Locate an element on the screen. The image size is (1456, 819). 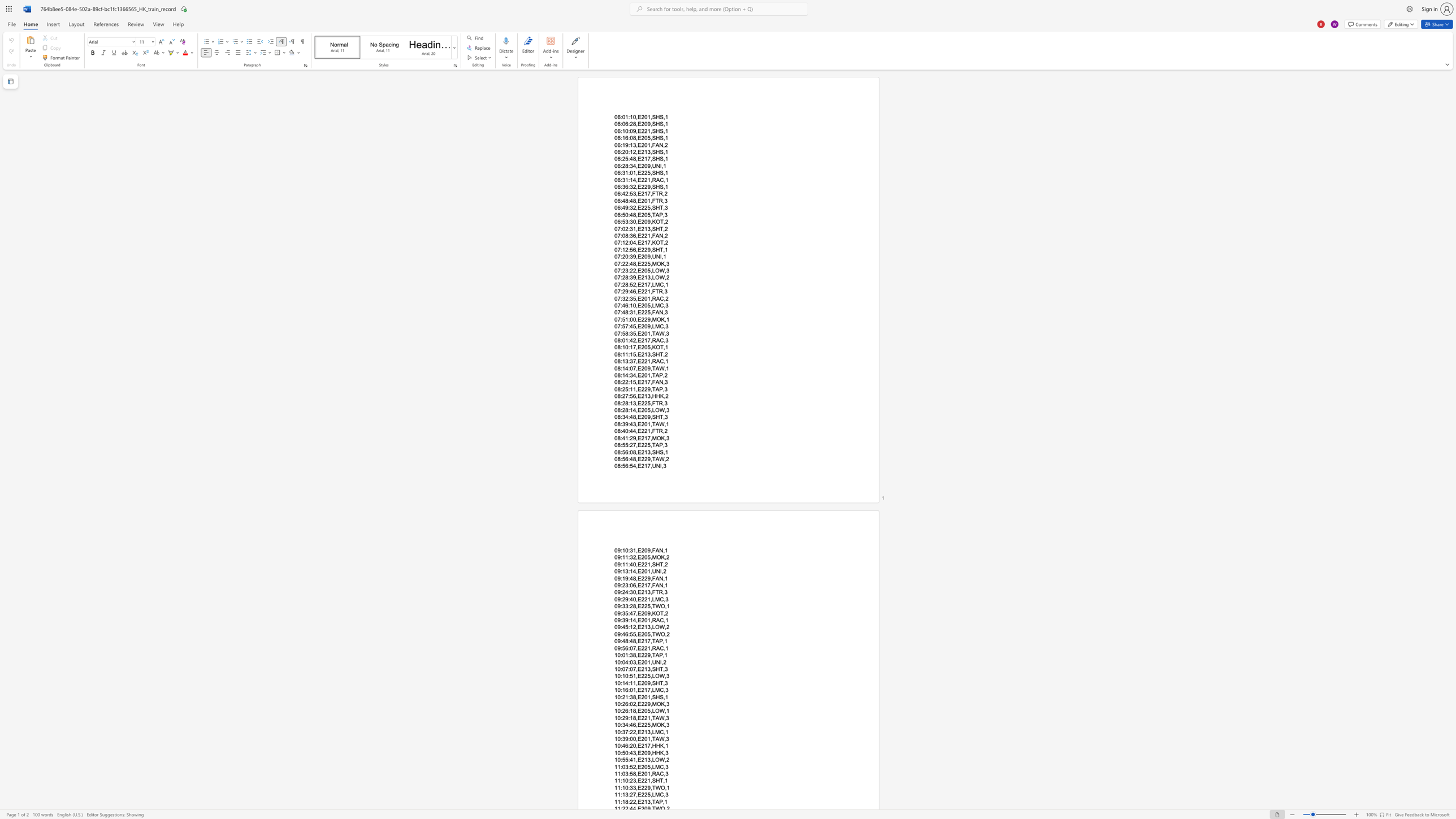
the space between the continuous character "0" and "5" in the text is located at coordinates (647, 409).